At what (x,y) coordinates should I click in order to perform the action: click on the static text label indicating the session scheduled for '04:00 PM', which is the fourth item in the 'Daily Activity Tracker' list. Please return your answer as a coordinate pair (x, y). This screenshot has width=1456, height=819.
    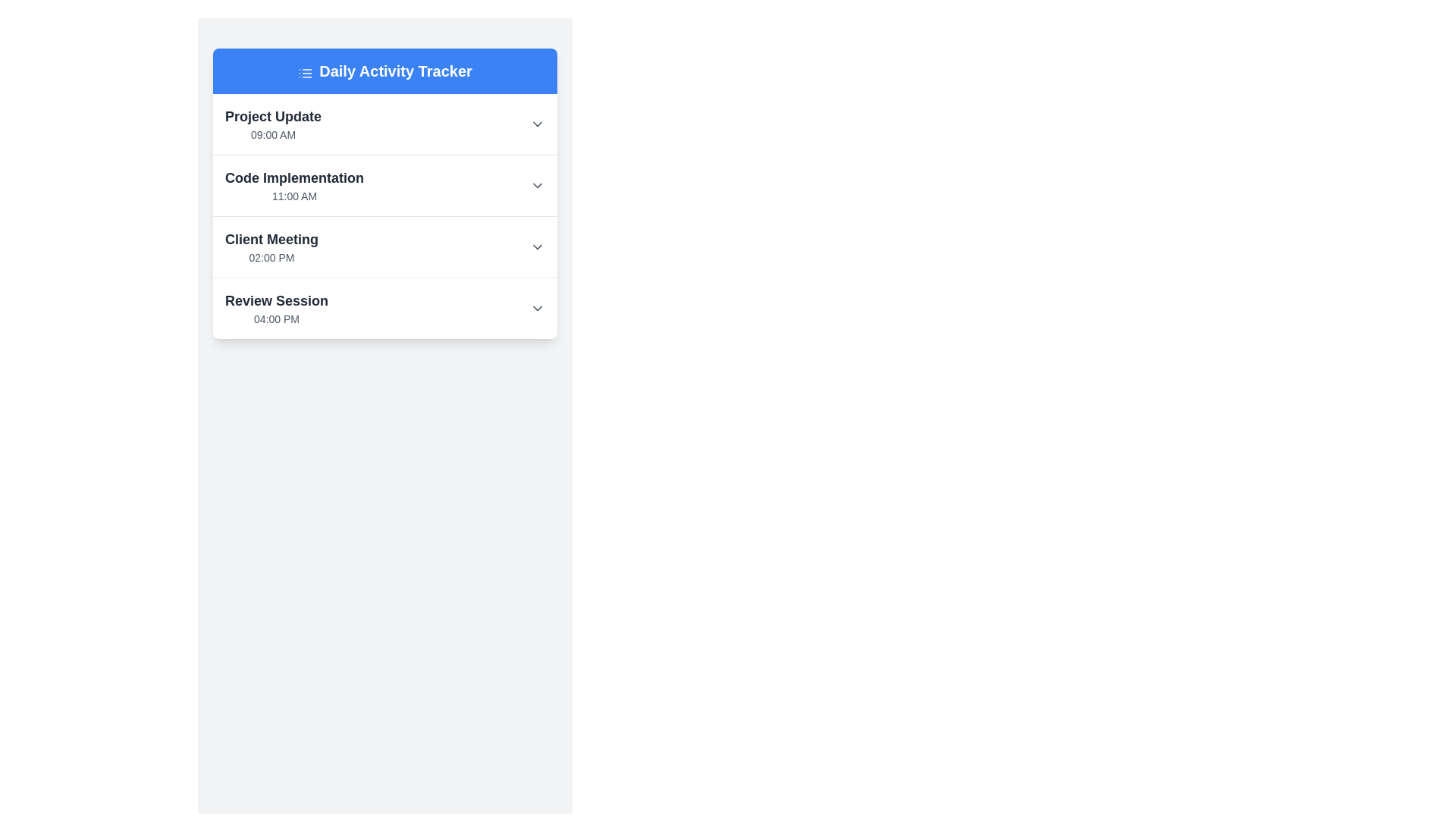
    Looking at the image, I should click on (276, 301).